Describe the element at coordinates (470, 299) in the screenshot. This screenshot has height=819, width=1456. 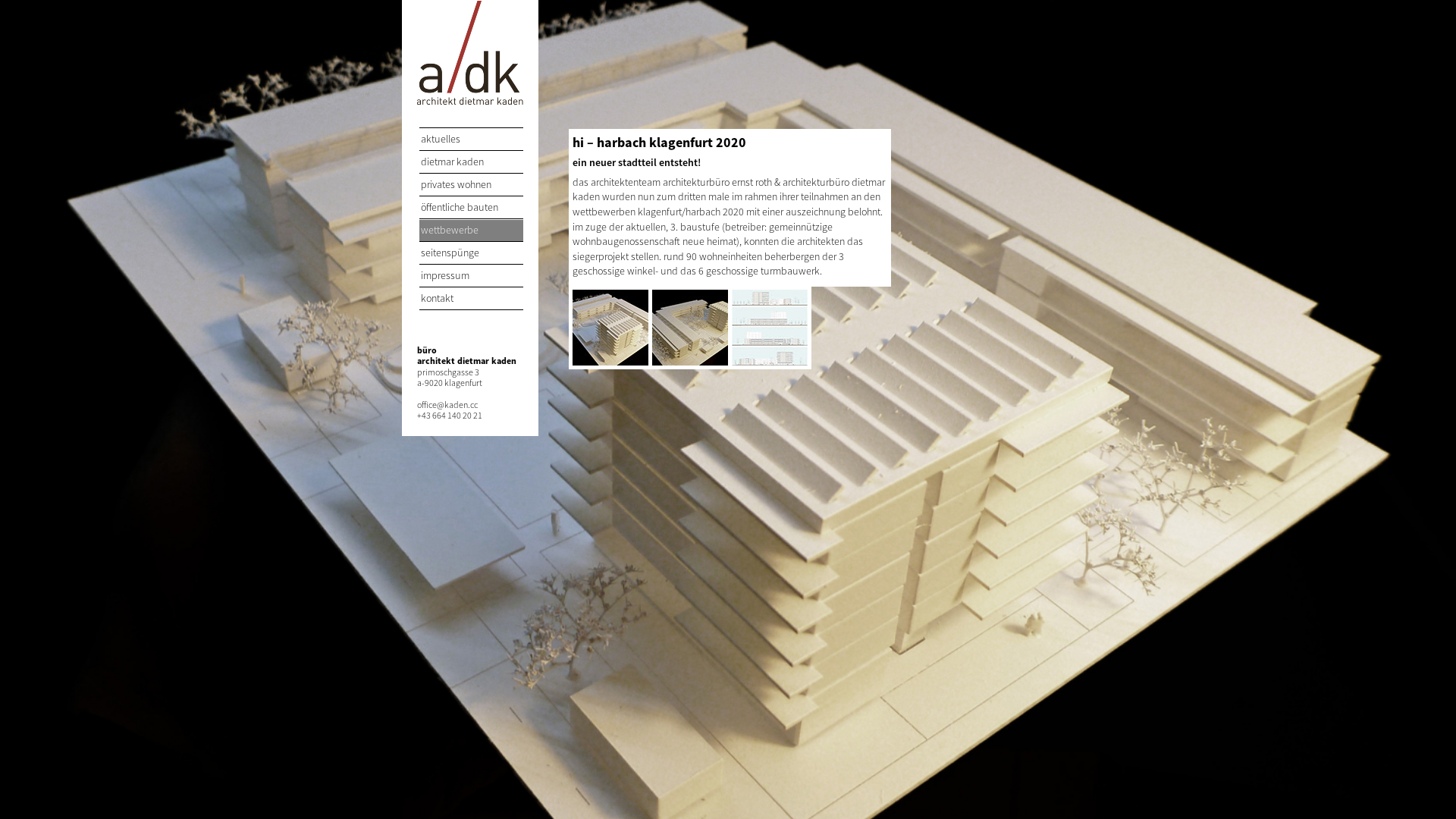
I see `'kontakt'` at that location.